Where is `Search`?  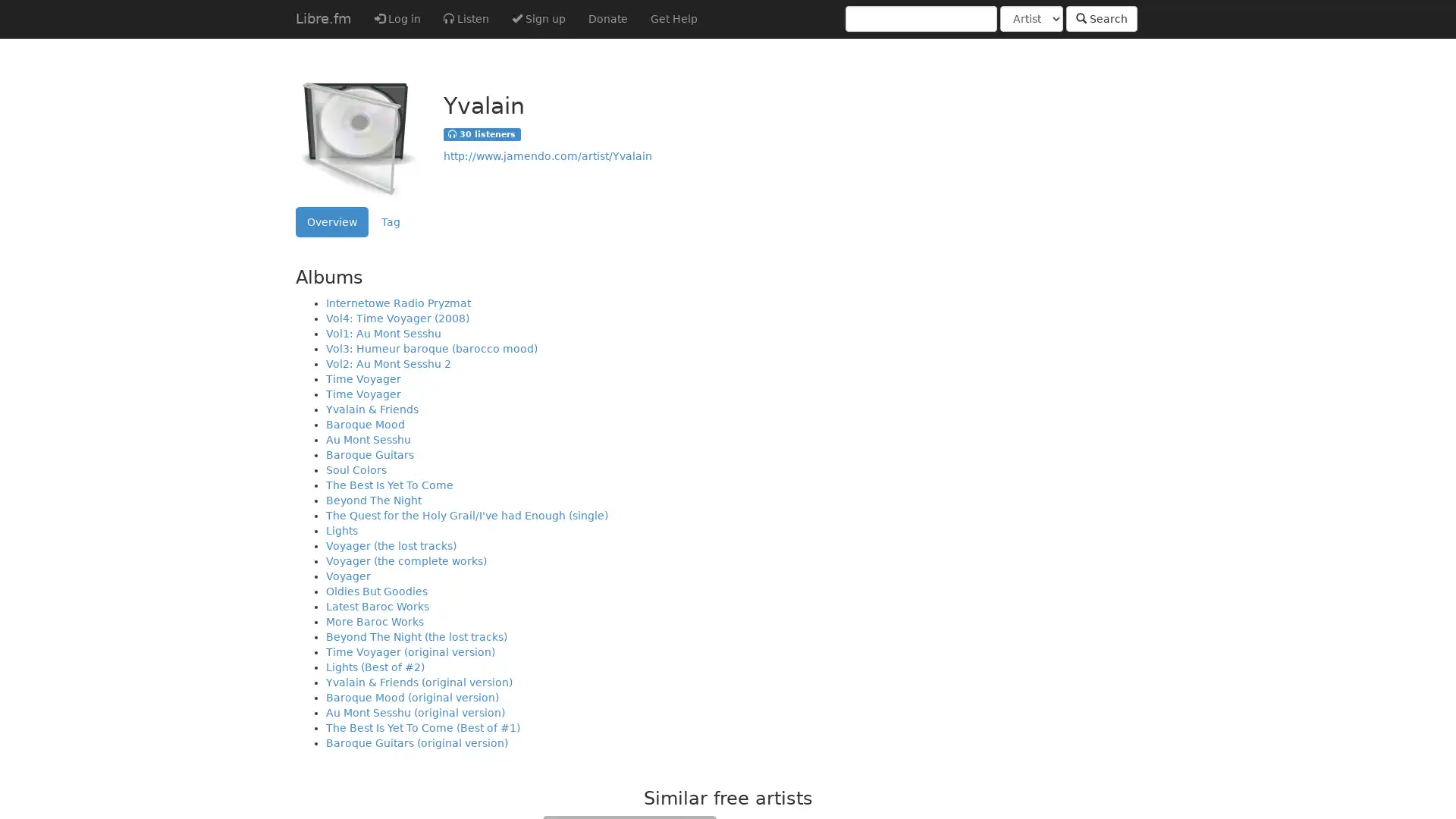
Search is located at coordinates (1102, 18).